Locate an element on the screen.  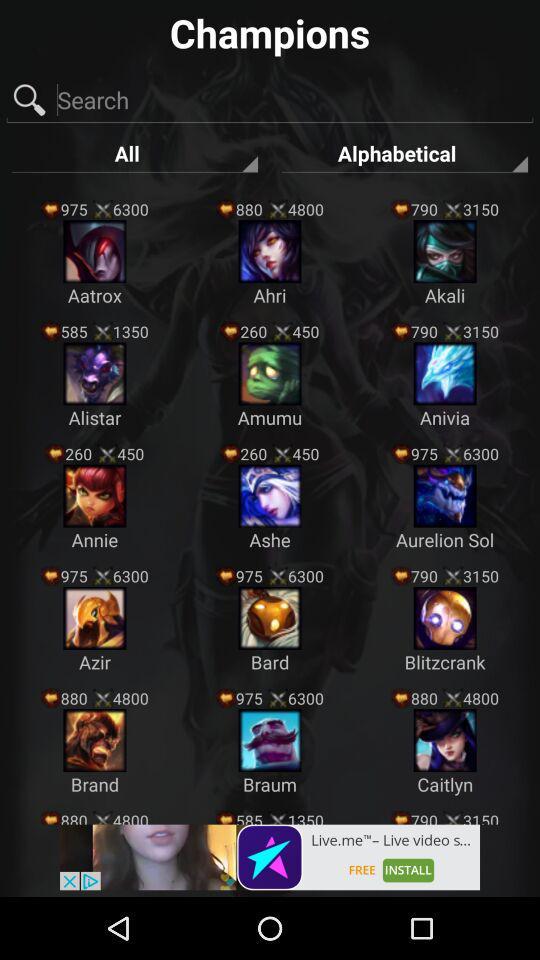
search is located at coordinates (270, 101).